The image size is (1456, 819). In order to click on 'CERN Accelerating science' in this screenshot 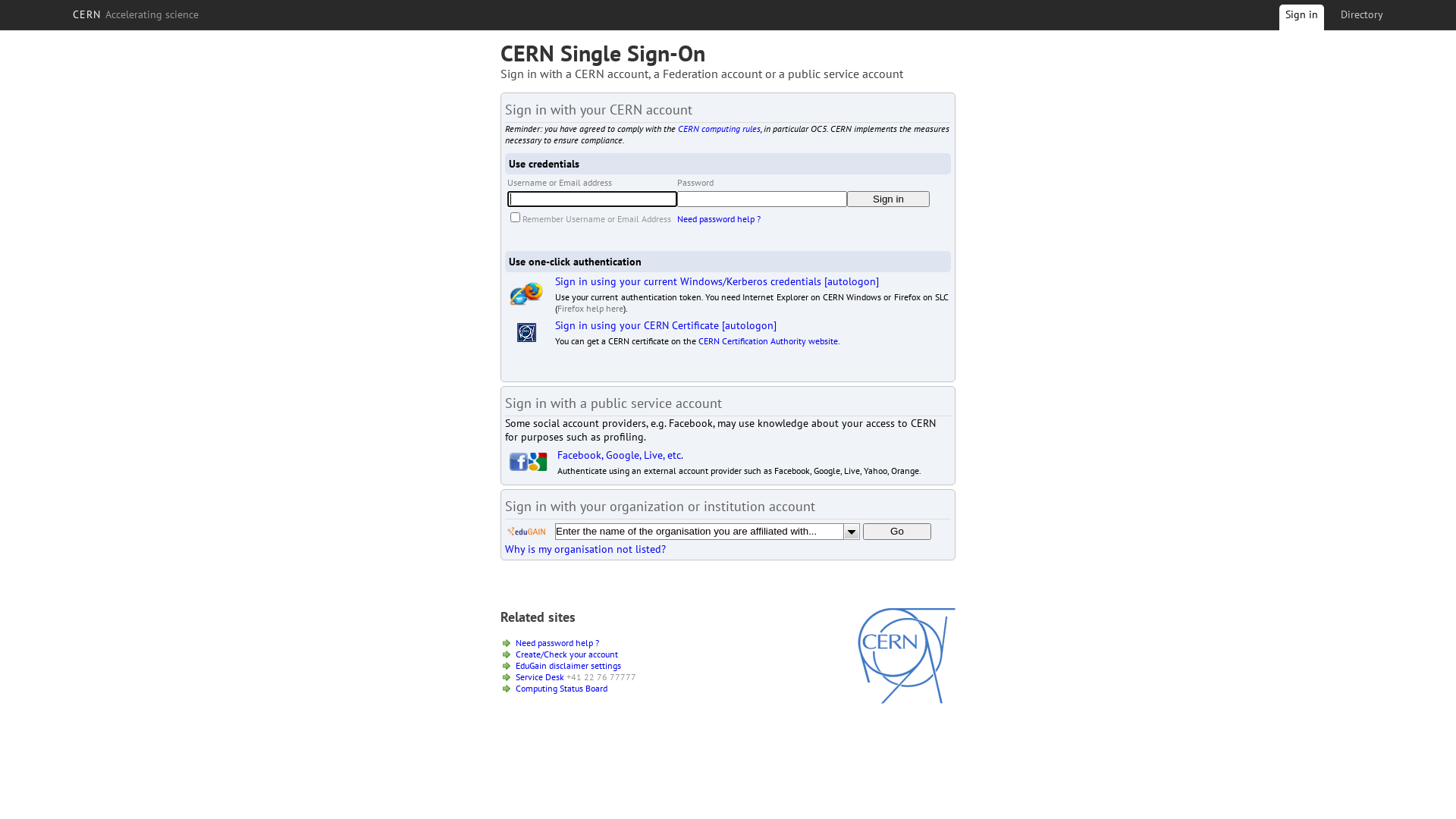, I will do `click(135, 14)`.